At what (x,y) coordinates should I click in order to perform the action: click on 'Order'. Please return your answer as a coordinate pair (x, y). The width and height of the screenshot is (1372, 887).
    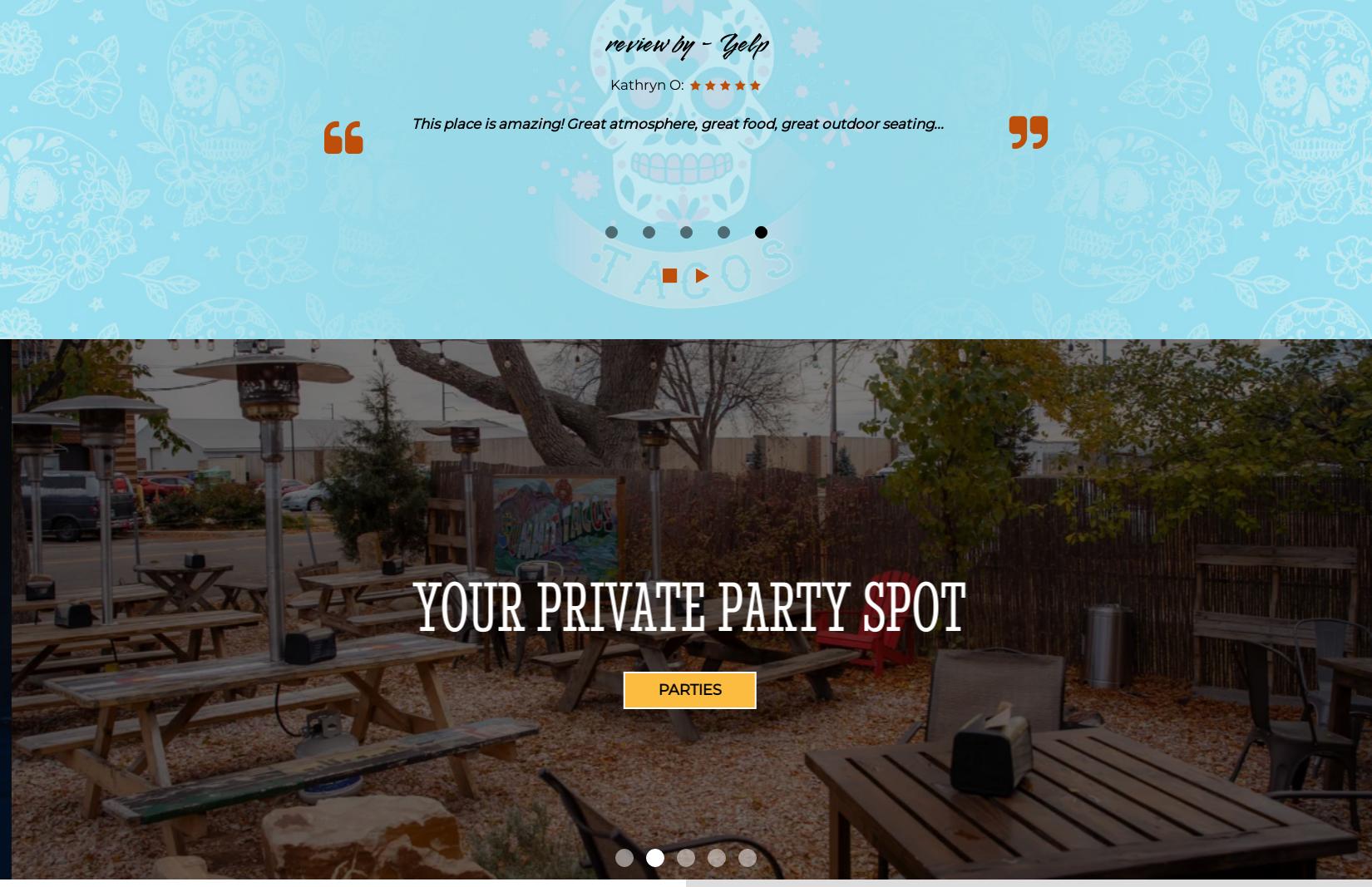
    Looking at the image, I should click on (686, 689).